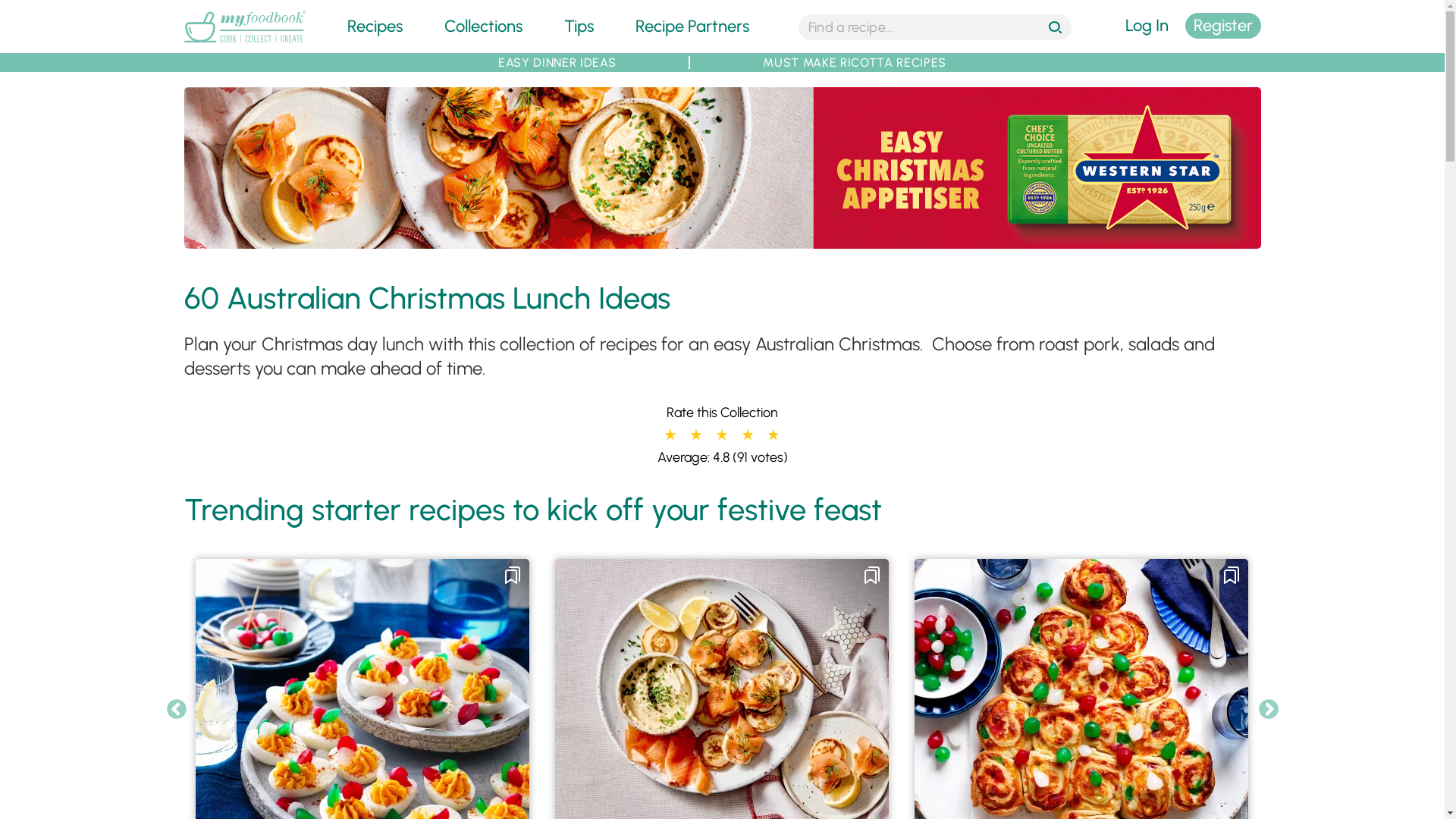 The image size is (1456, 819). I want to click on 'go', so click(1056, 28).